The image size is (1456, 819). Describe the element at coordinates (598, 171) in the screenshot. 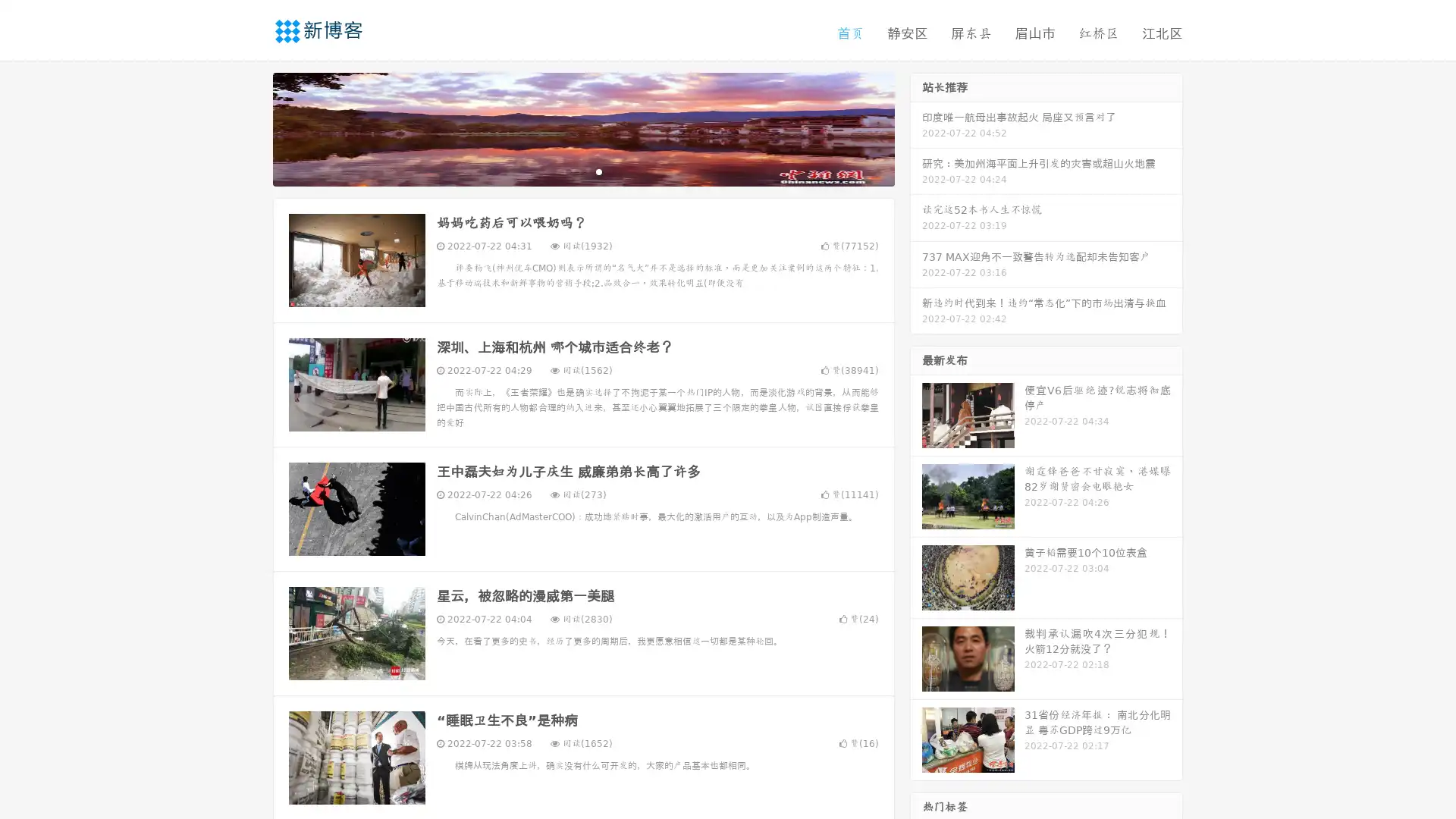

I see `Go to slide 3` at that location.